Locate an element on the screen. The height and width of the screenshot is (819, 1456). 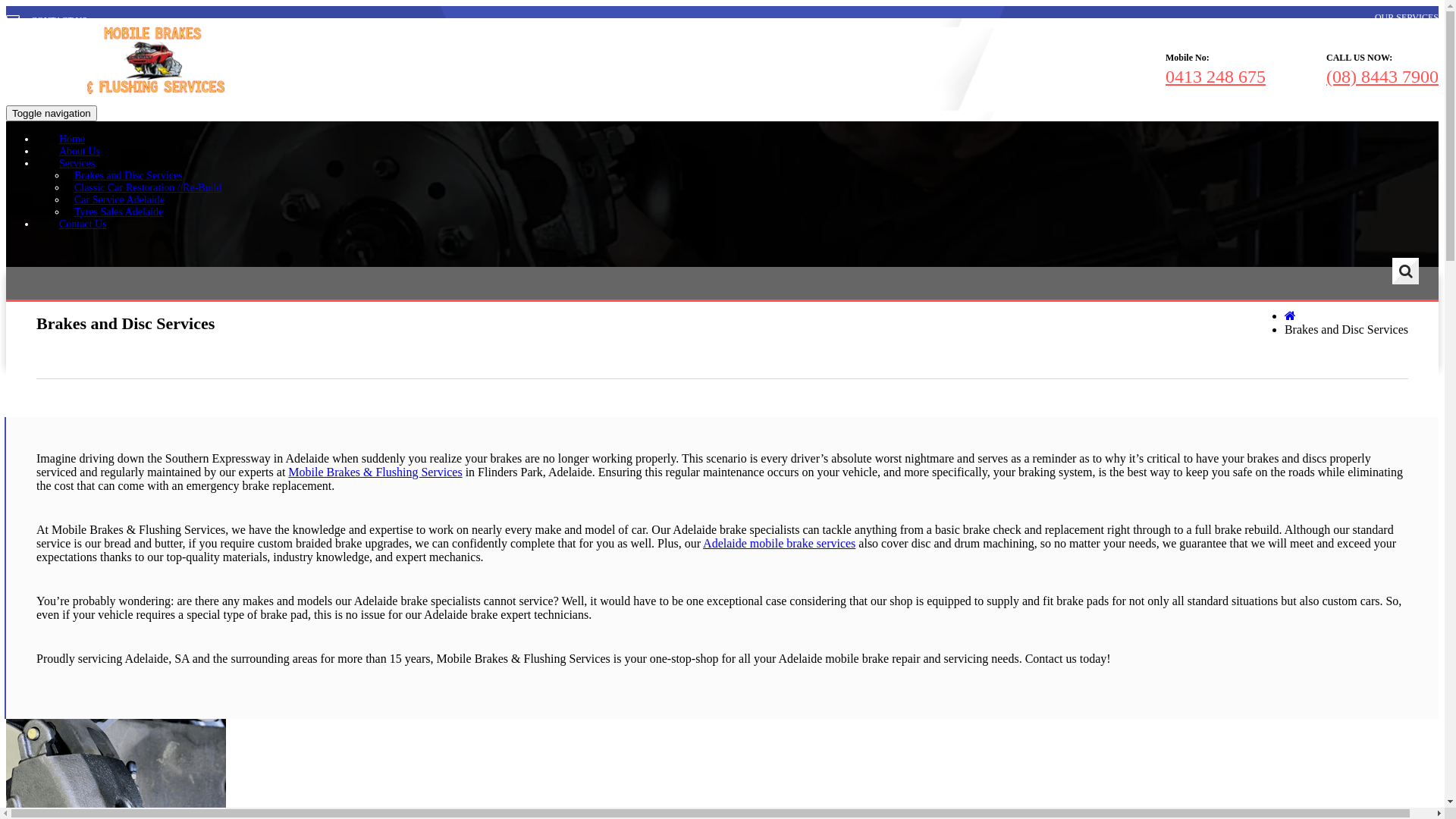
'Brakes and Disc Services' is located at coordinates (128, 174).